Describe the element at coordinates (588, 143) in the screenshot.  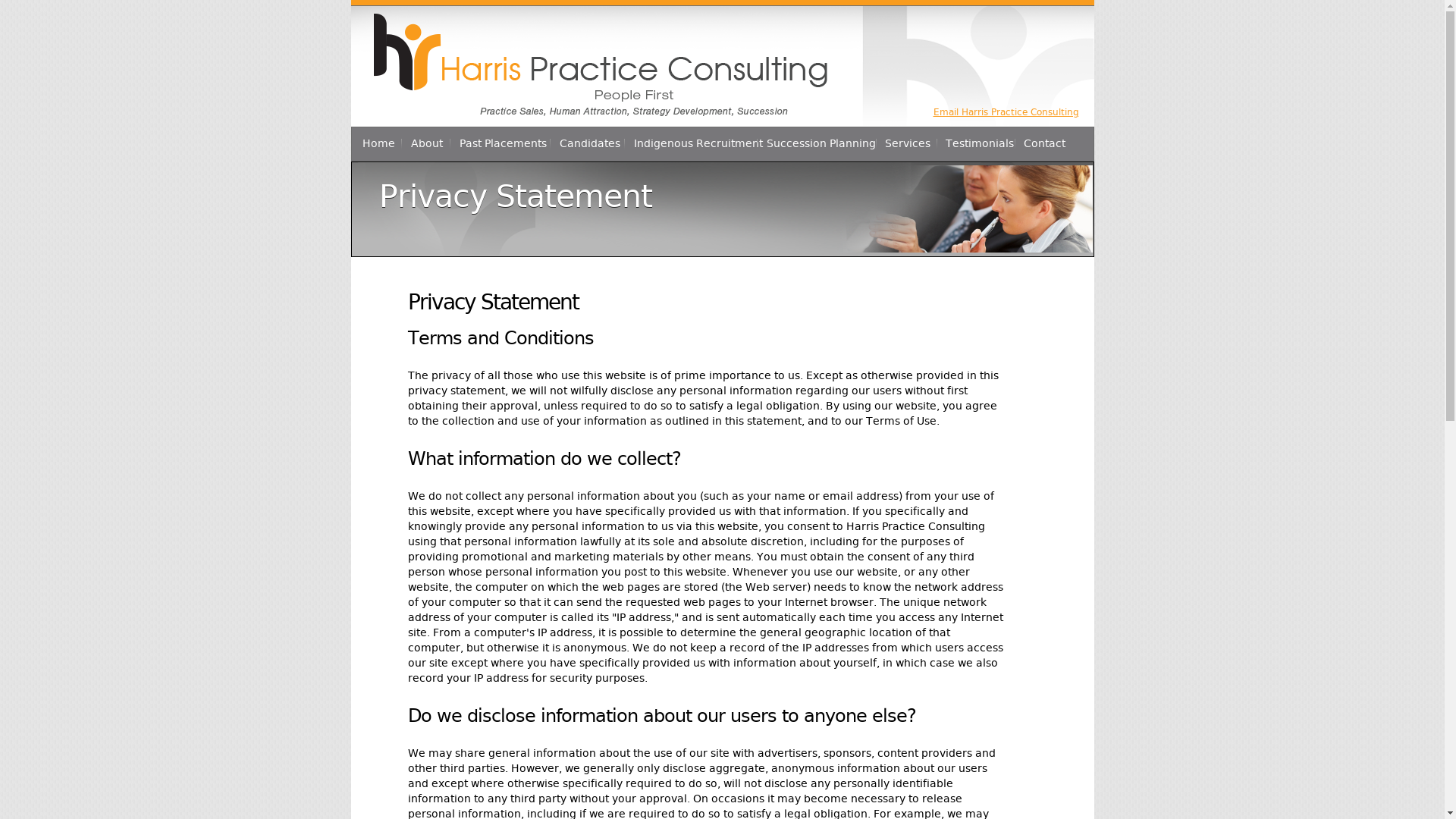
I see `'Candidates'` at that location.